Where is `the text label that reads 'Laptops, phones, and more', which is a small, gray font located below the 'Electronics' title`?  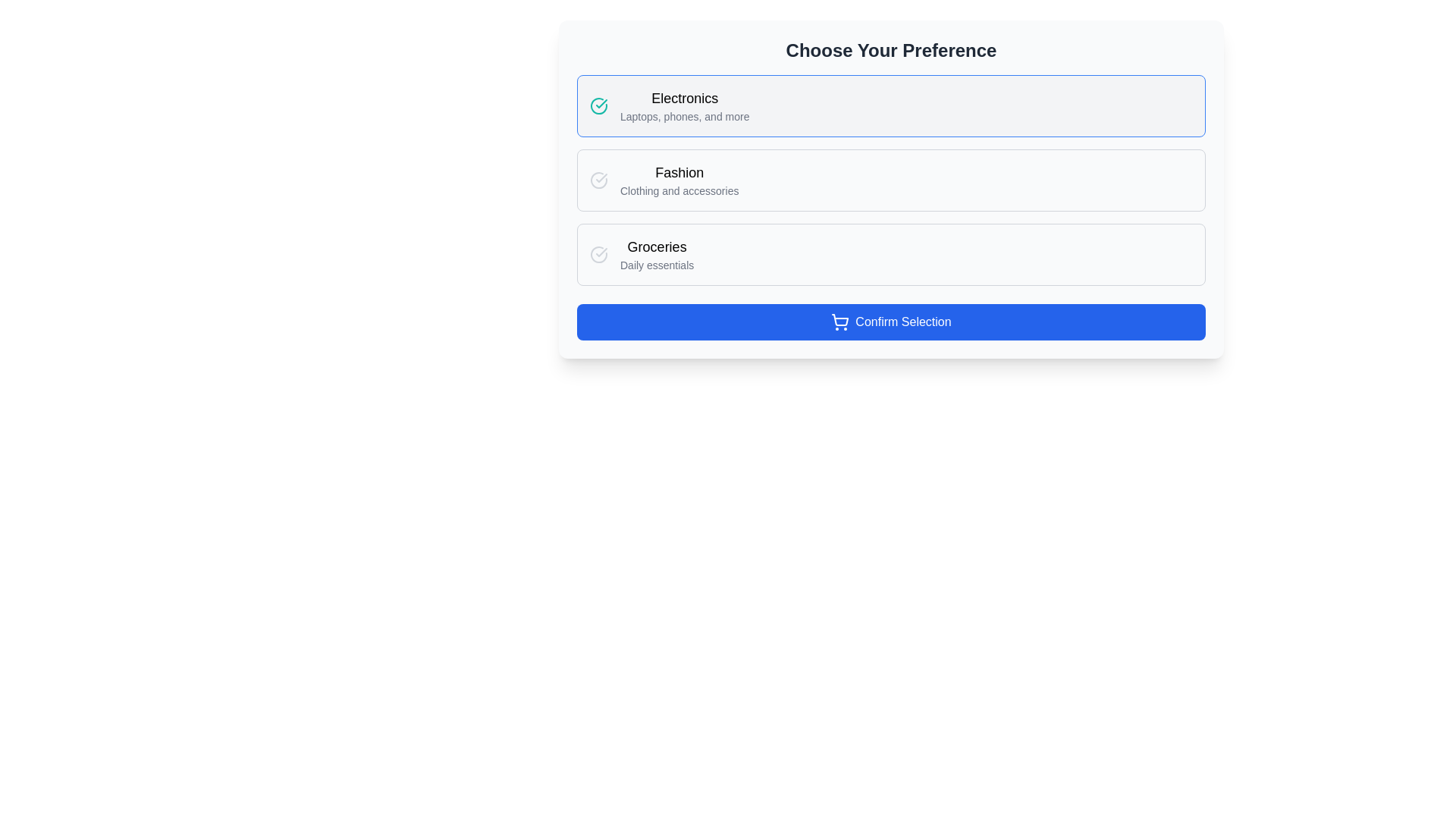 the text label that reads 'Laptops, phones, and more', which is a small, gray font located below the 'Electronics' title is located at coordinates (684, 116).